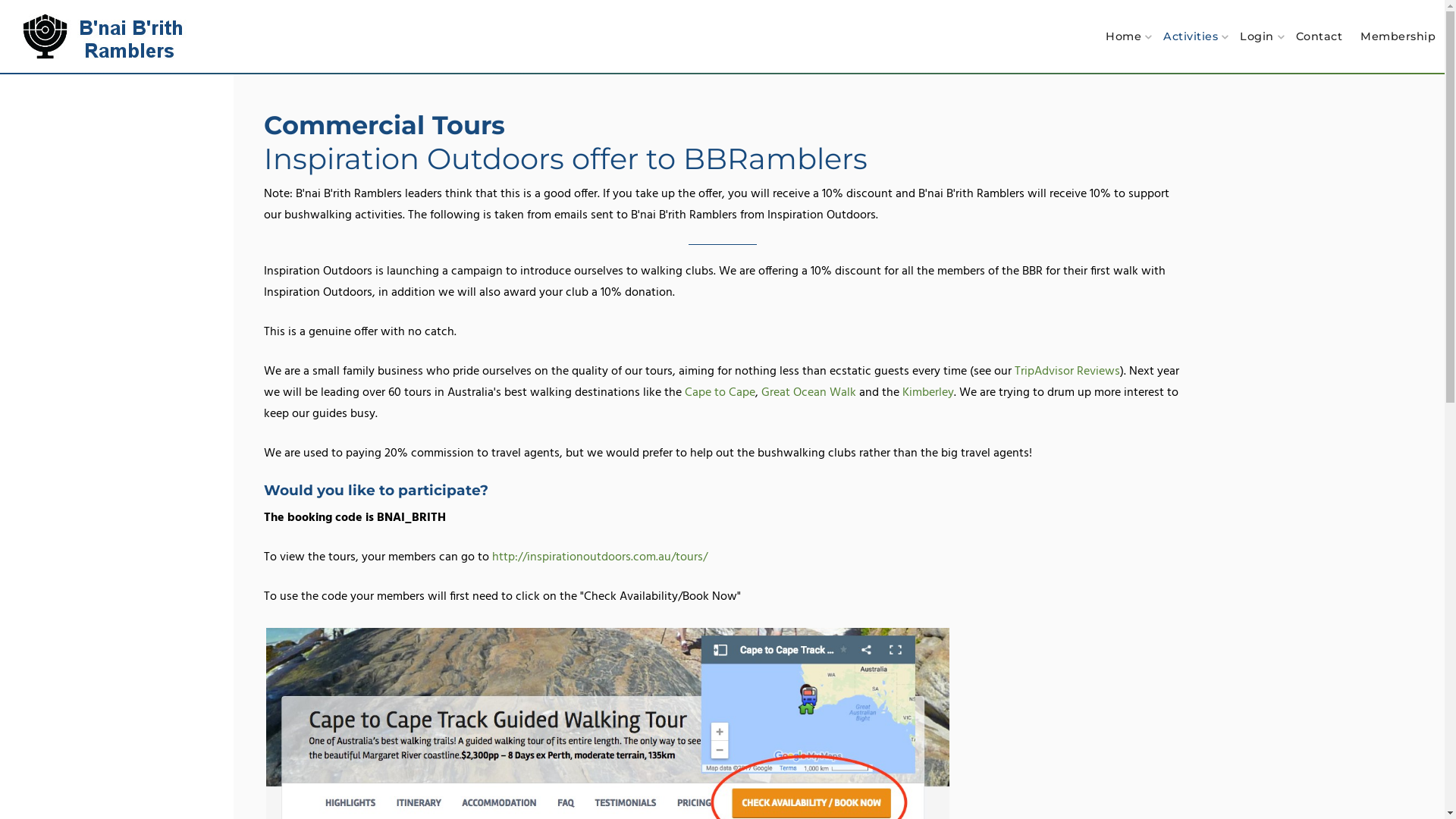 This screenshot has height=819, width=1456. What do you see at coordinates (1191, 35) in the screenshot?
I see `'Activities'` at bounding box center [1191, 35].